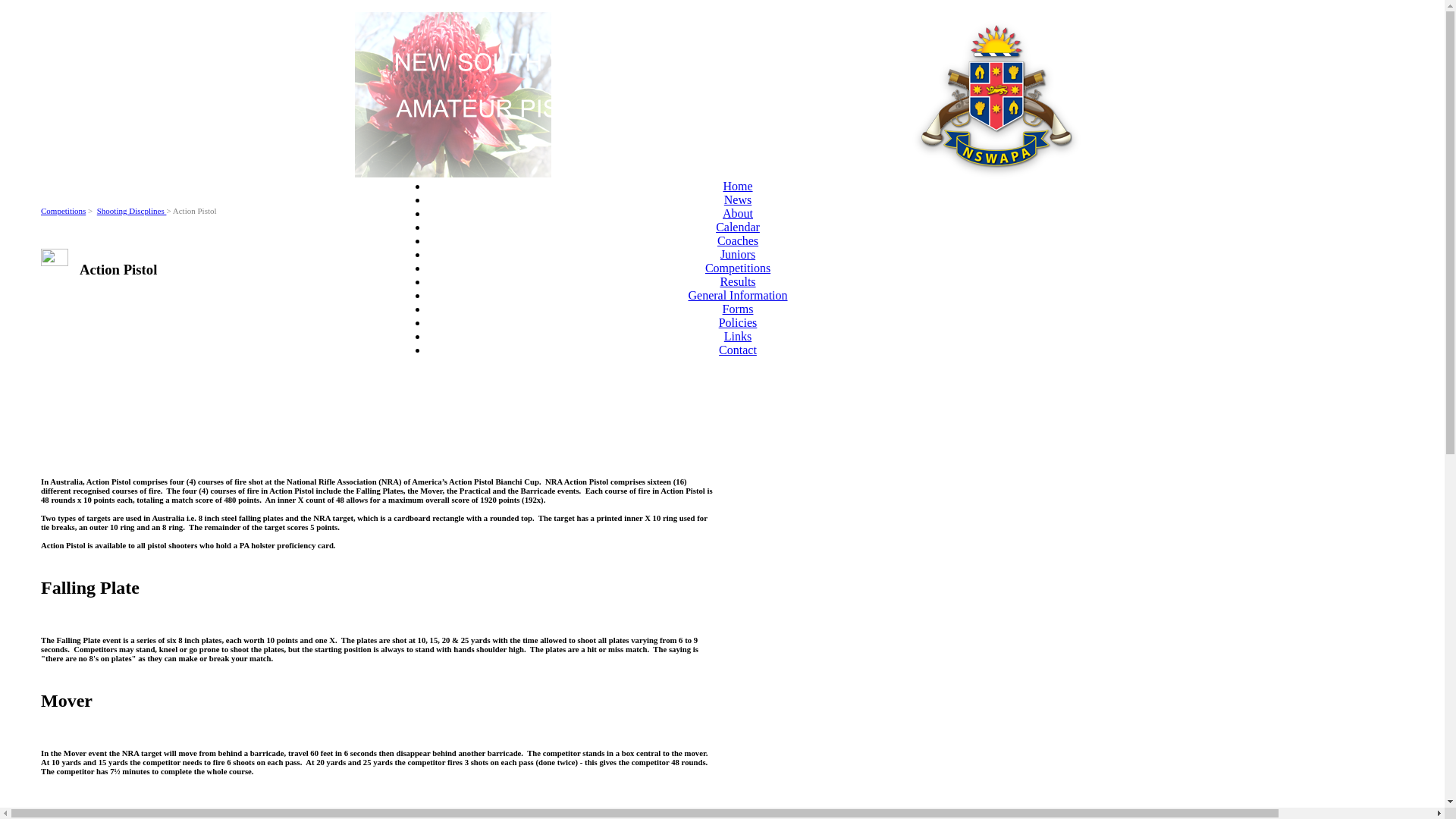 This screenshot has height=819, width=1456. Describe the element at coordinates (738, 240) in the screenshot. I see `'Coaches'` at that location.